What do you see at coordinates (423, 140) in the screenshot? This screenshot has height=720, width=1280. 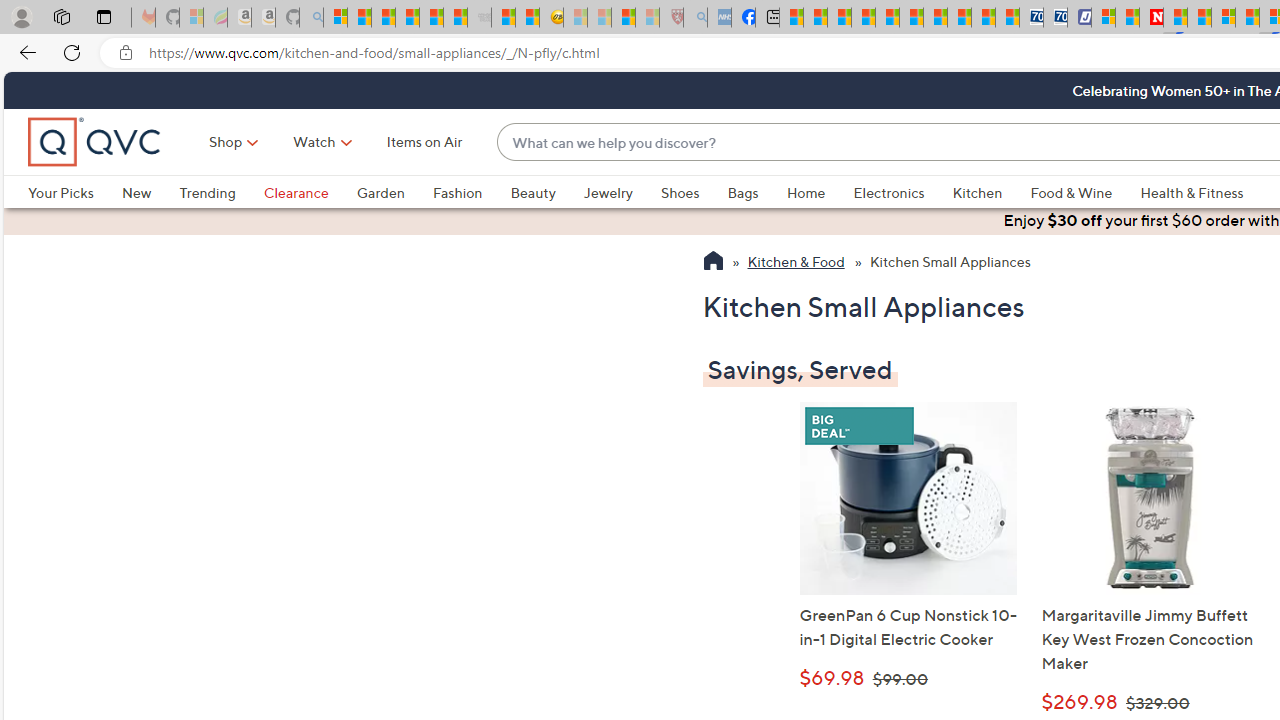 I see `'Items on Air'` at bounding box center [423, 140].